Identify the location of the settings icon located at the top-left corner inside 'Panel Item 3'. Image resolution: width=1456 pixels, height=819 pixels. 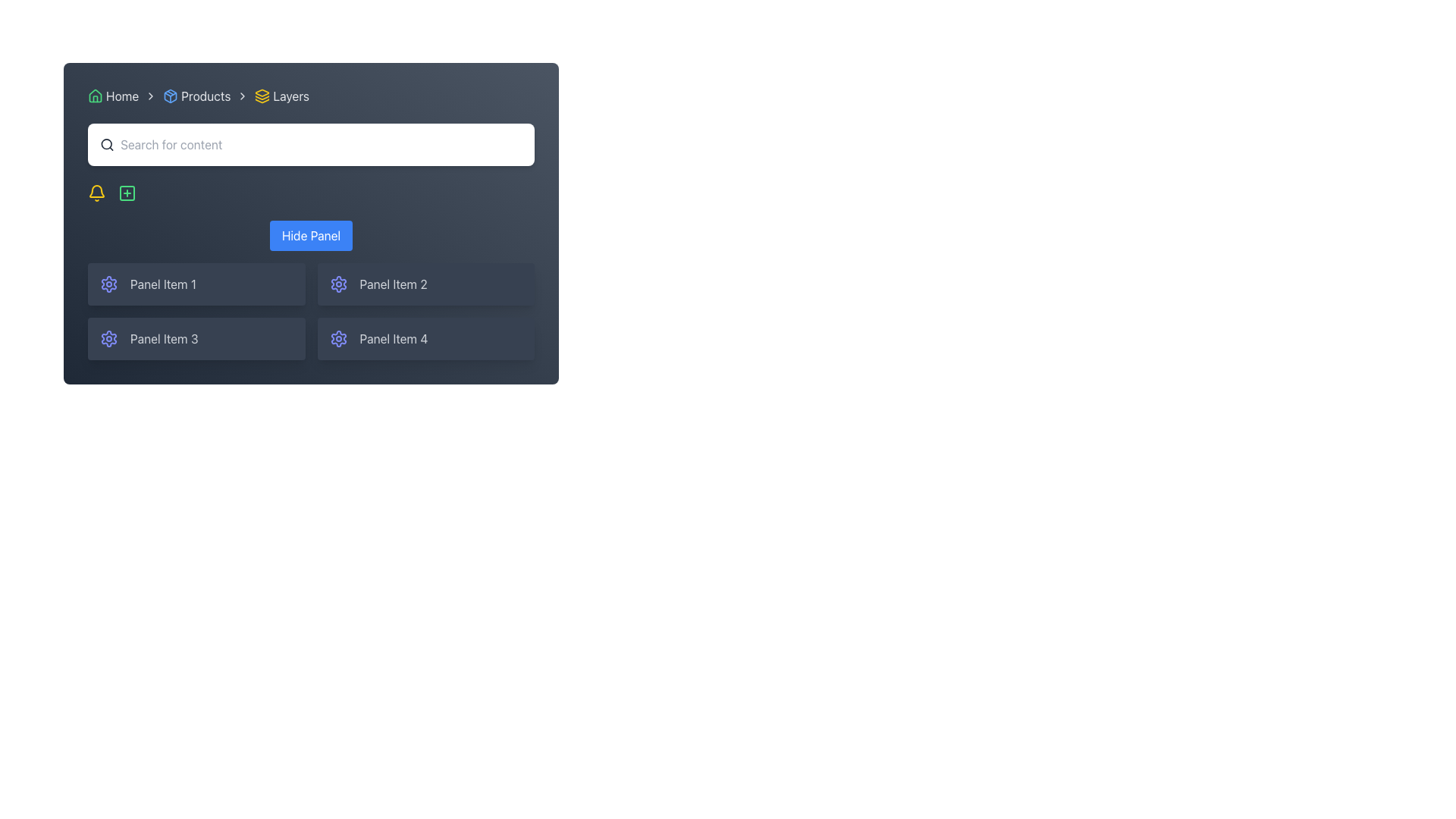
(108, 338).